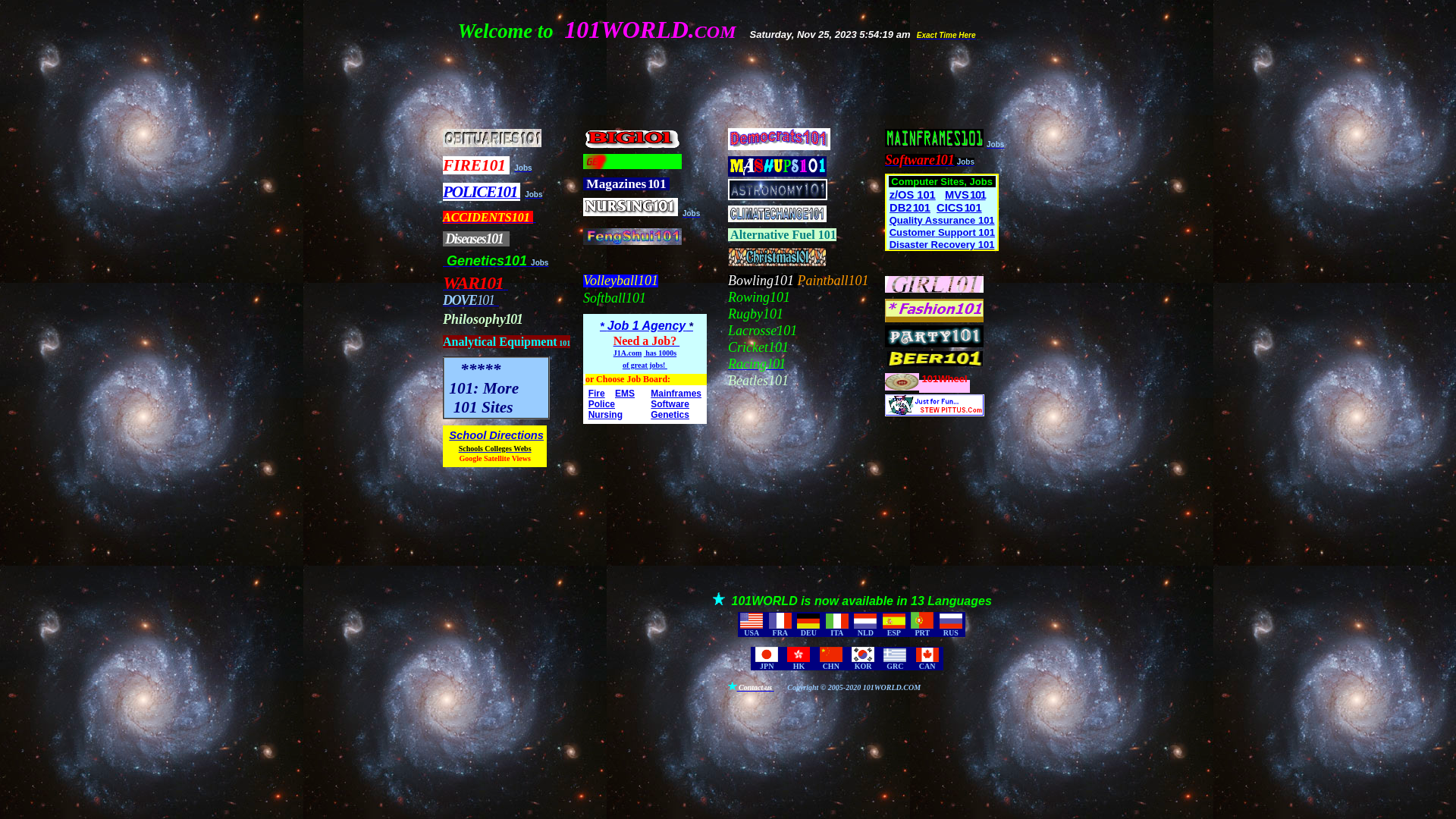  What do you see at coordinates (480, 192) in the screenshot?
I see `'POLICE101'` at bounding box center [480, 192].